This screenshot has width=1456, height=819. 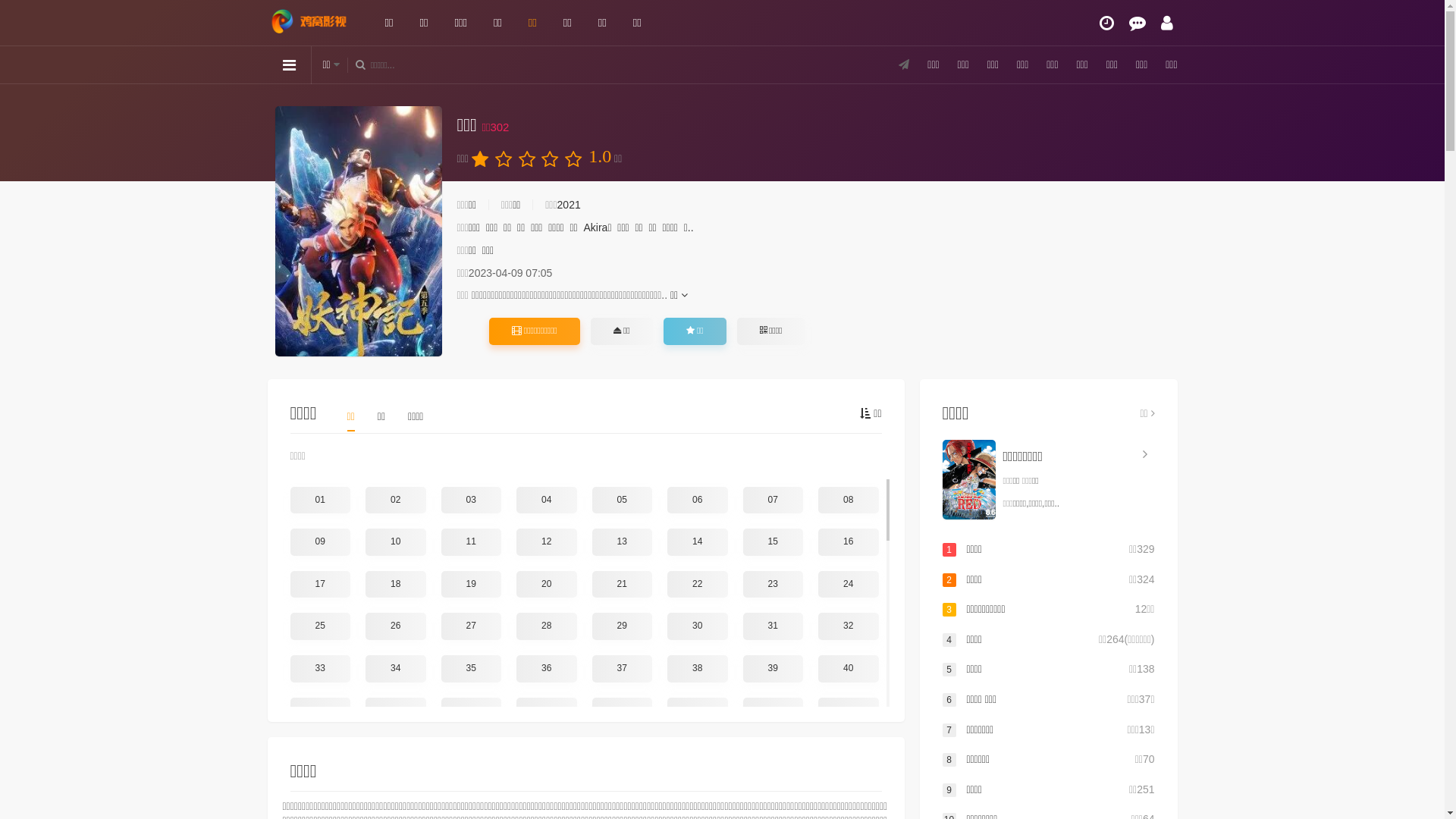 I want to click on '10', so click(x=396, y=541).